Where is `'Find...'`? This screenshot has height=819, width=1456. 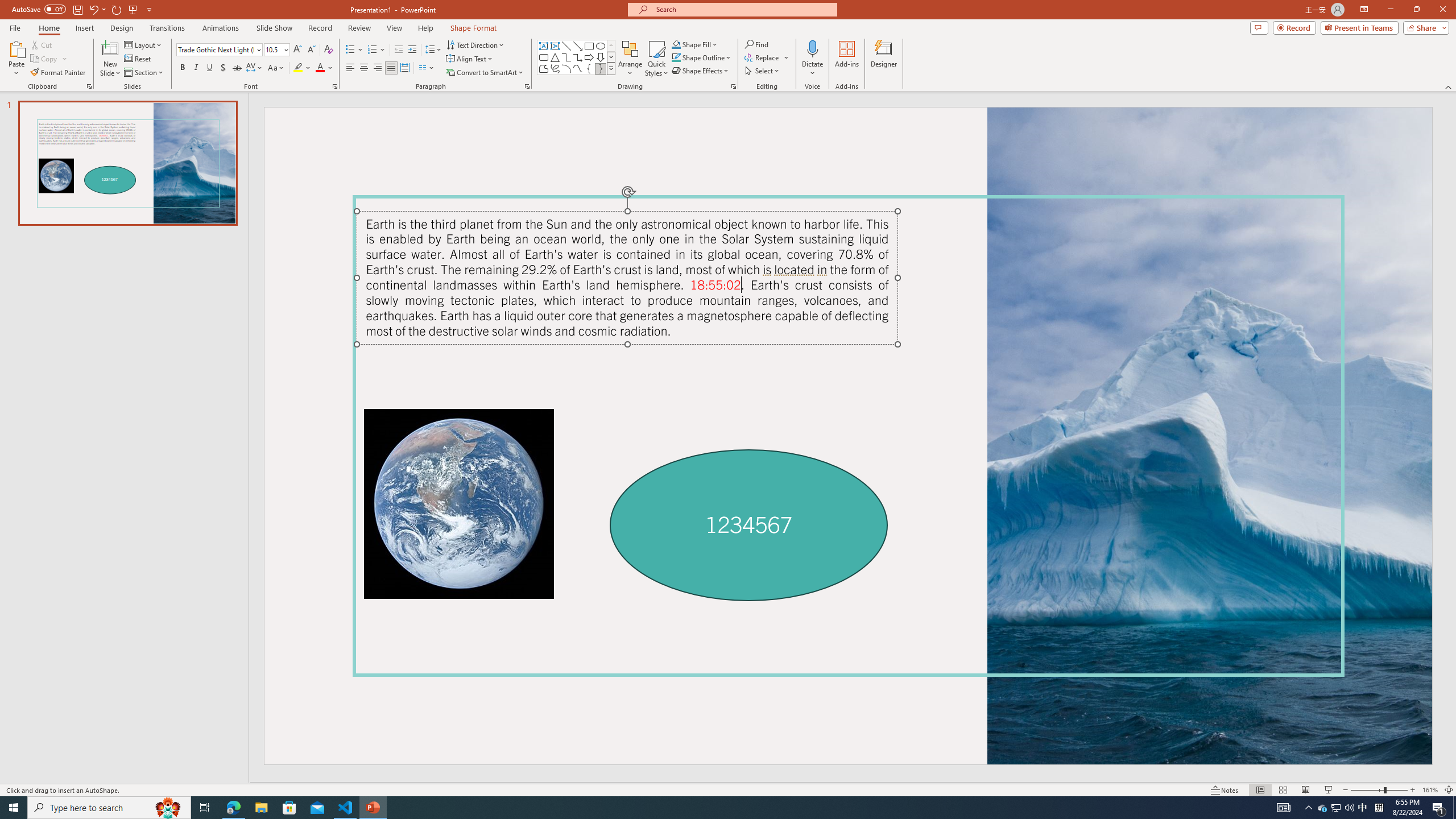
'Find...' is located at coordinates (756, 44).